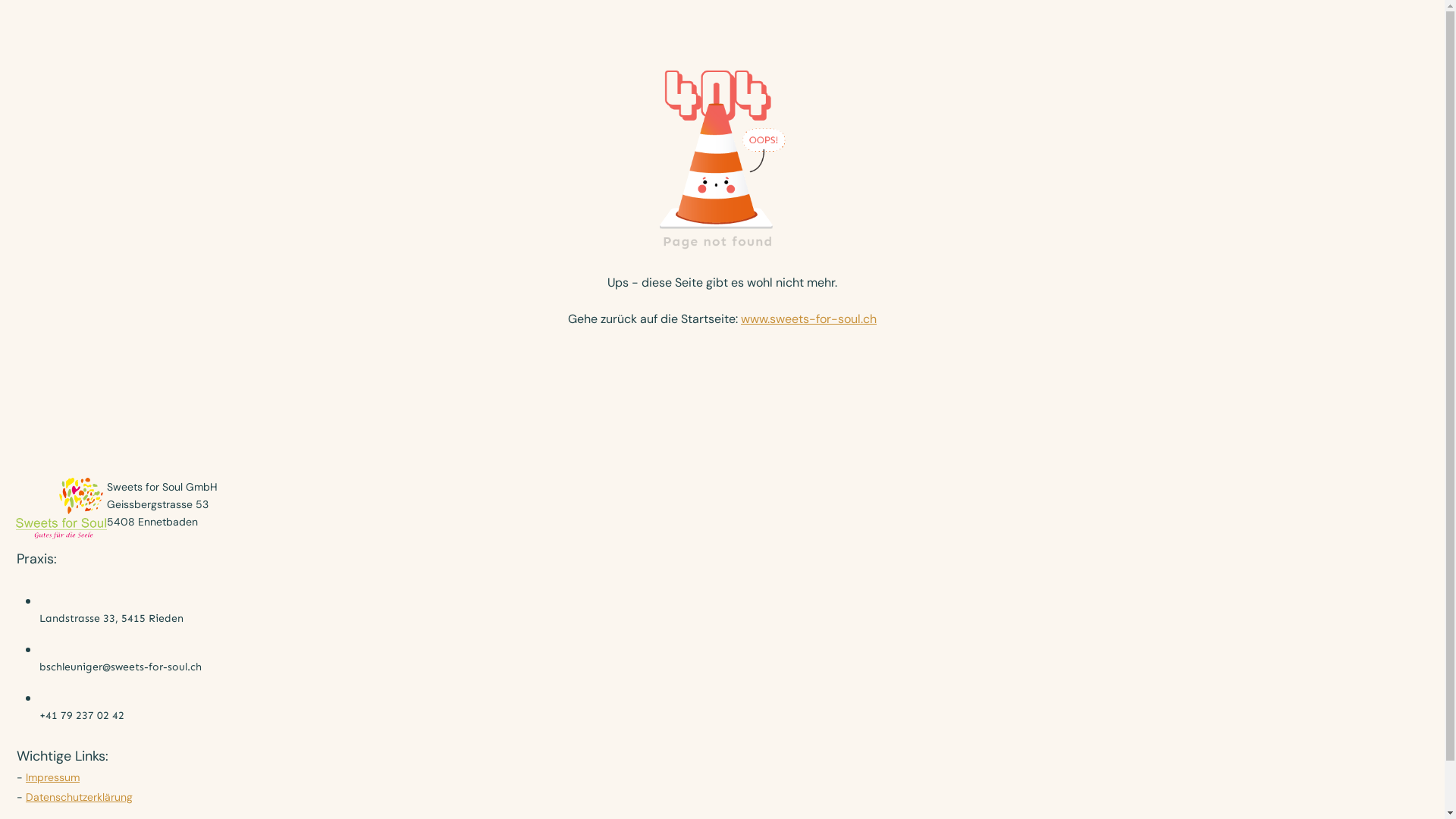 This screenshot has height=819, width=1456. Describe the element at coordinates (722, 154) in the screenshot. I see `'404 img alpha-8 (1)'` at that location.